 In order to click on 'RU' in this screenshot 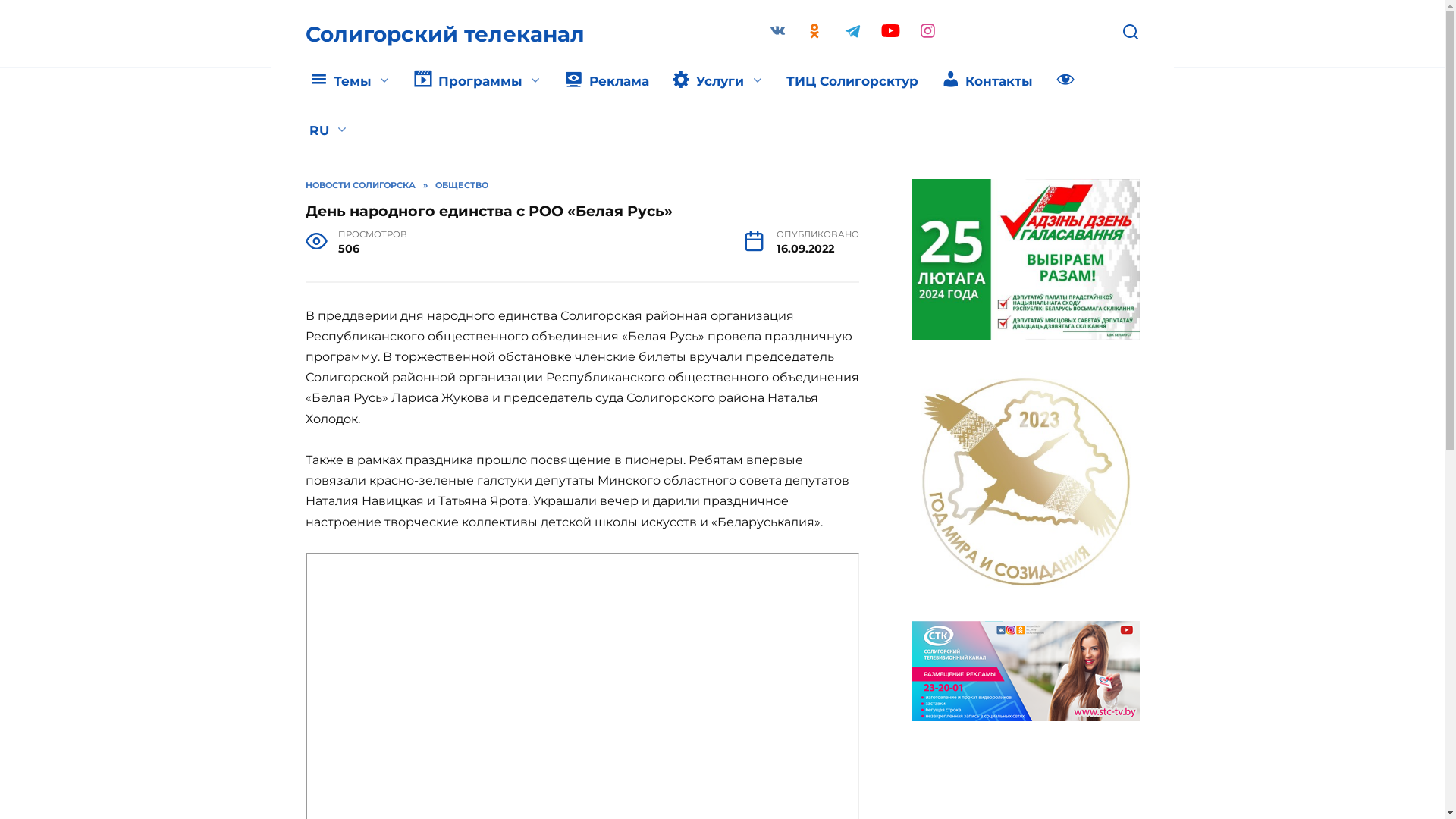, I will do `click(297, 130)`.